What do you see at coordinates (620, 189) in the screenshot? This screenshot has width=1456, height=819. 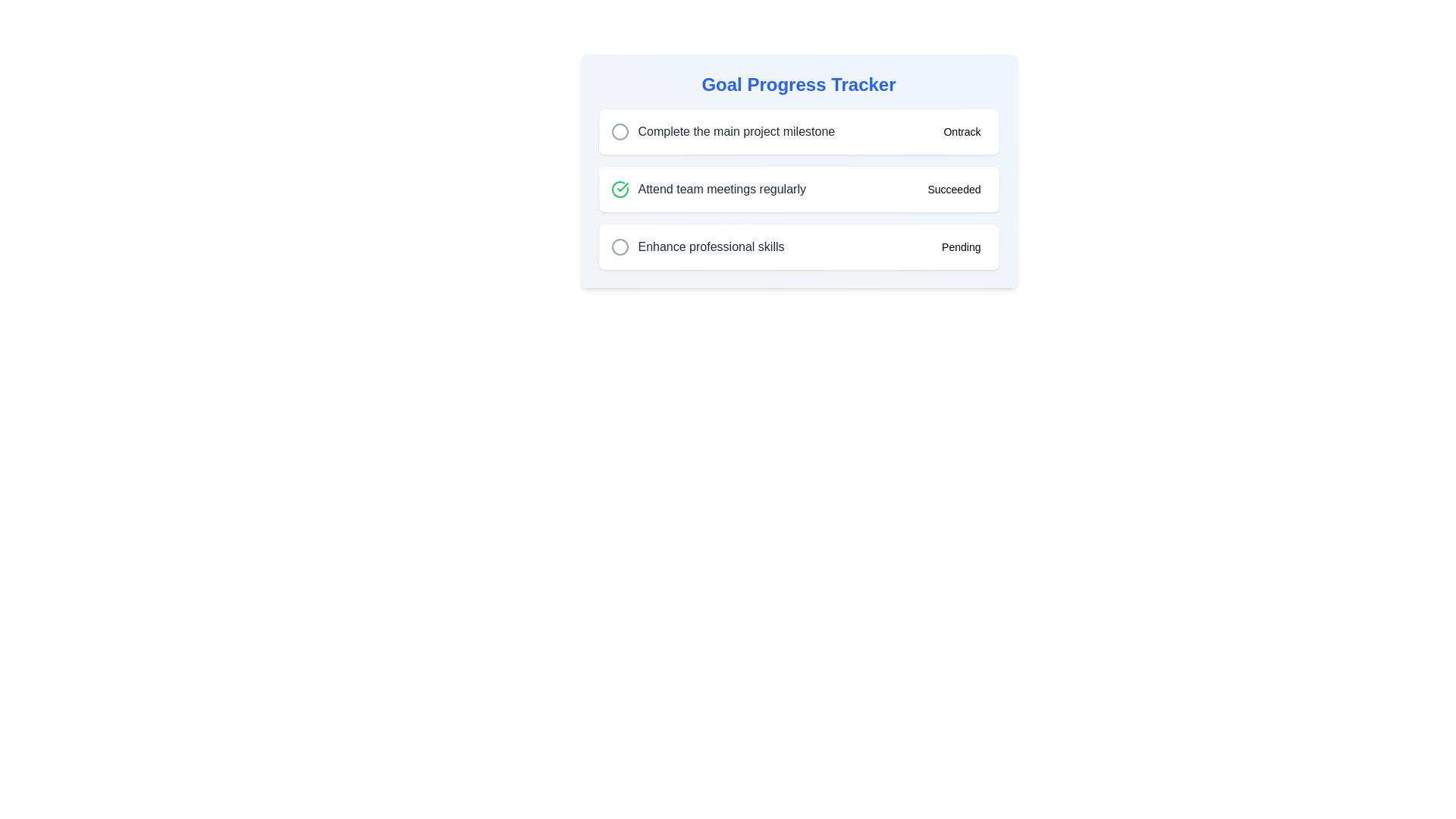 I see `the green circular icon with a checkmark that is positioned to the left of the 'Attend team meetings regularly' list item` at bounding box center [620, 189].